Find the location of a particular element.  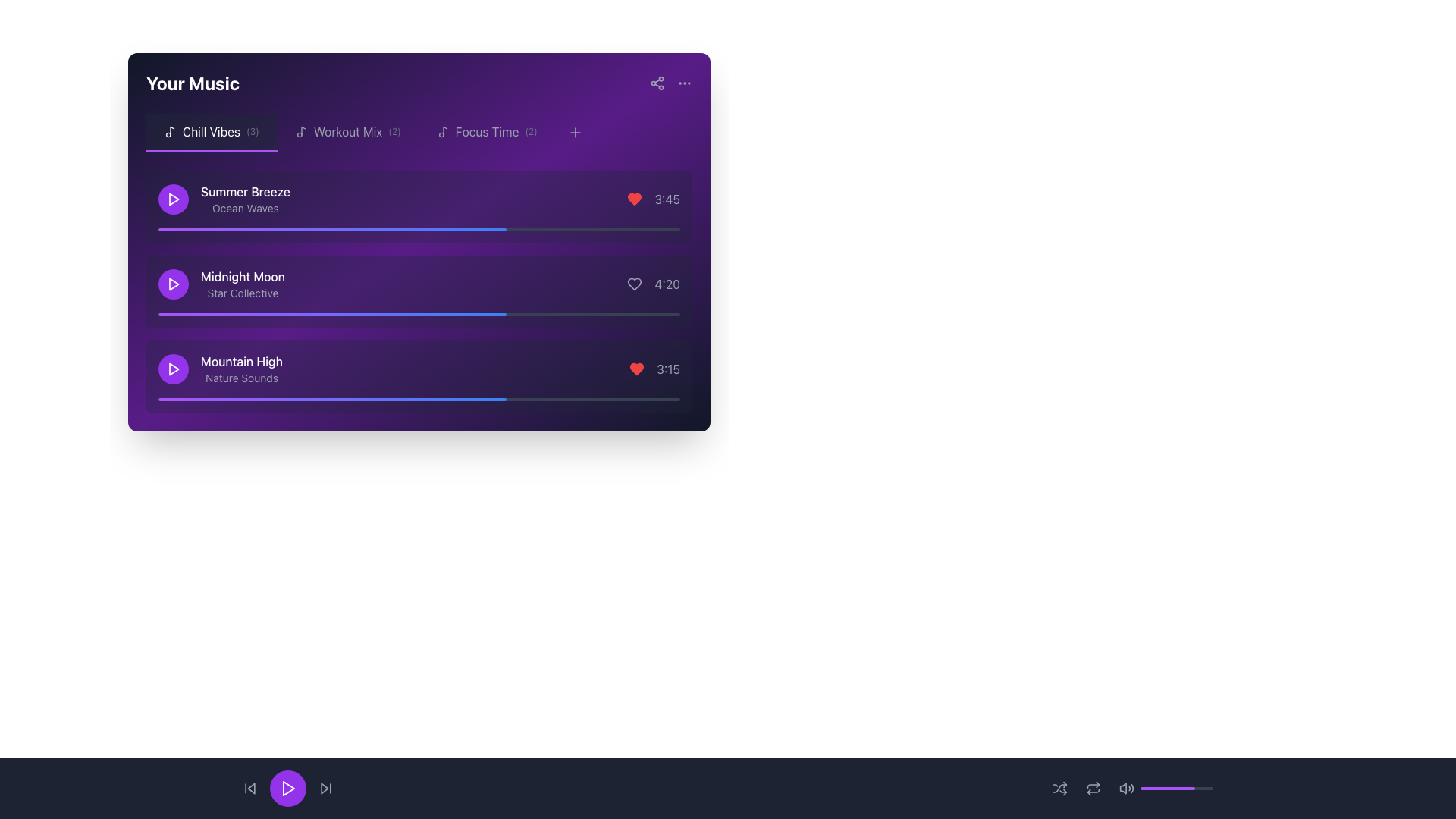

the heart-shaped icon button with a gray outline to favorite the item, which is positioned to the left of the text '4:20' is located at coordinates (635, 284).